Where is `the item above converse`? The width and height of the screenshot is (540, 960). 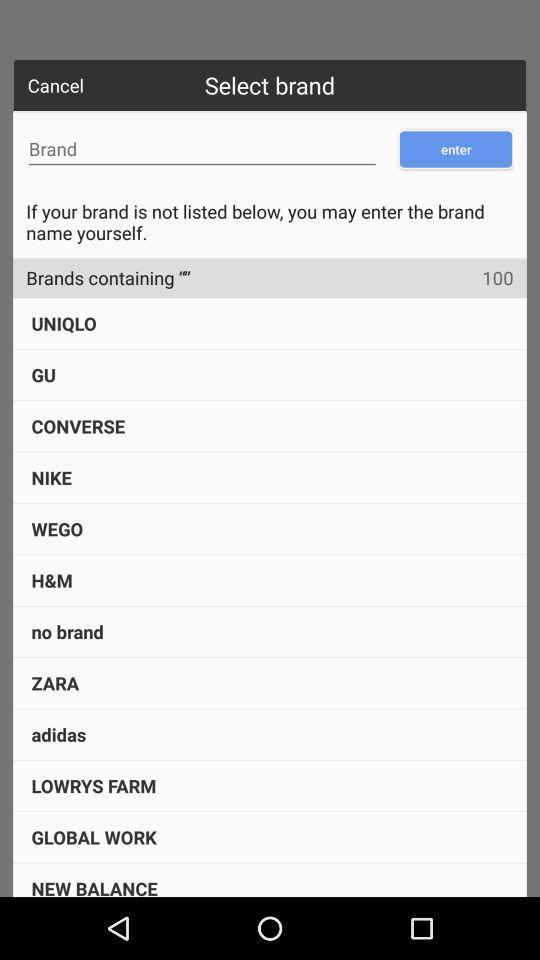
the item above converse is located at coordinates (43, 373).